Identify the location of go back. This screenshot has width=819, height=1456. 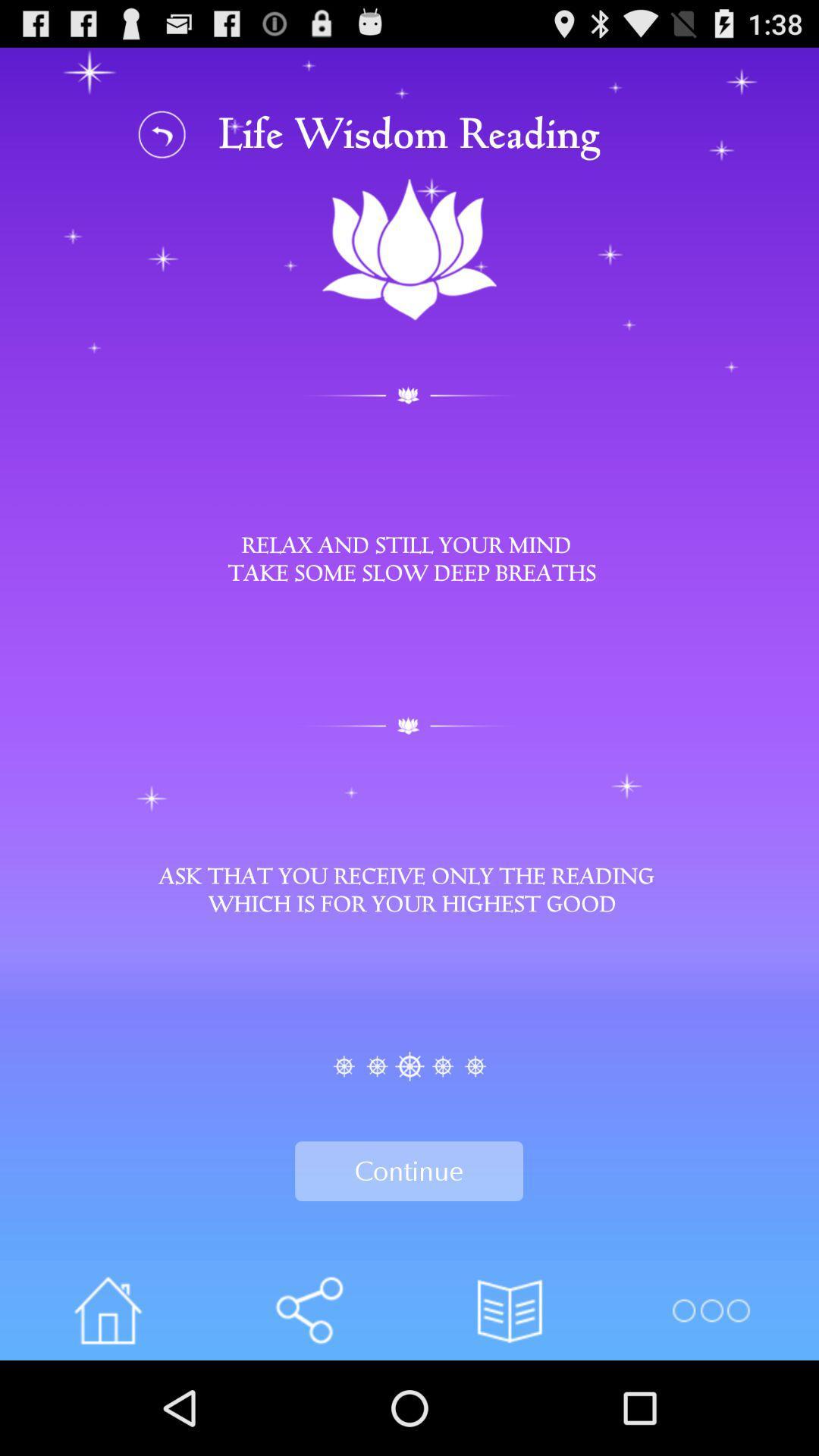
(162, 134).